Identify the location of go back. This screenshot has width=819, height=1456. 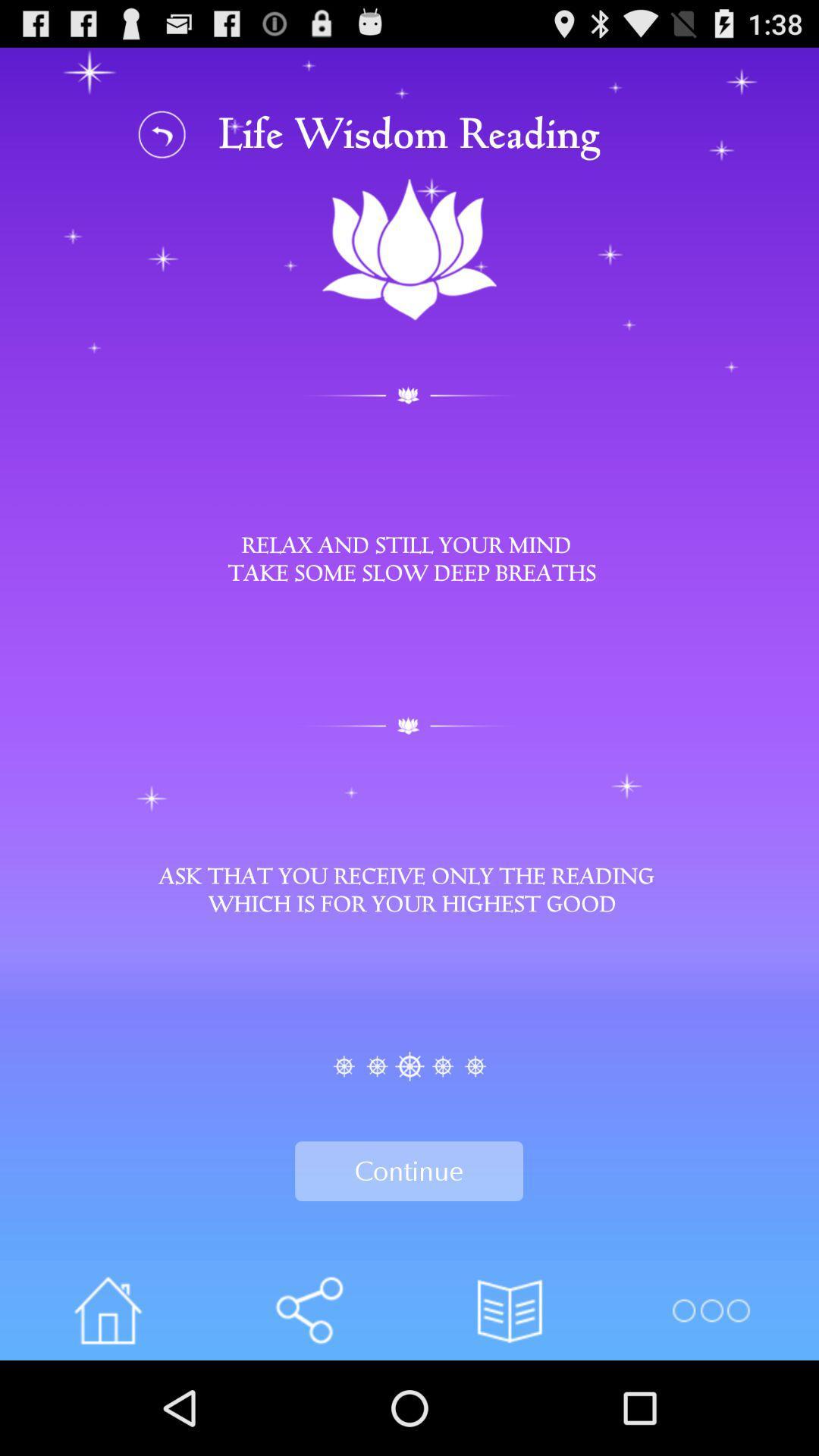
(162, 134).